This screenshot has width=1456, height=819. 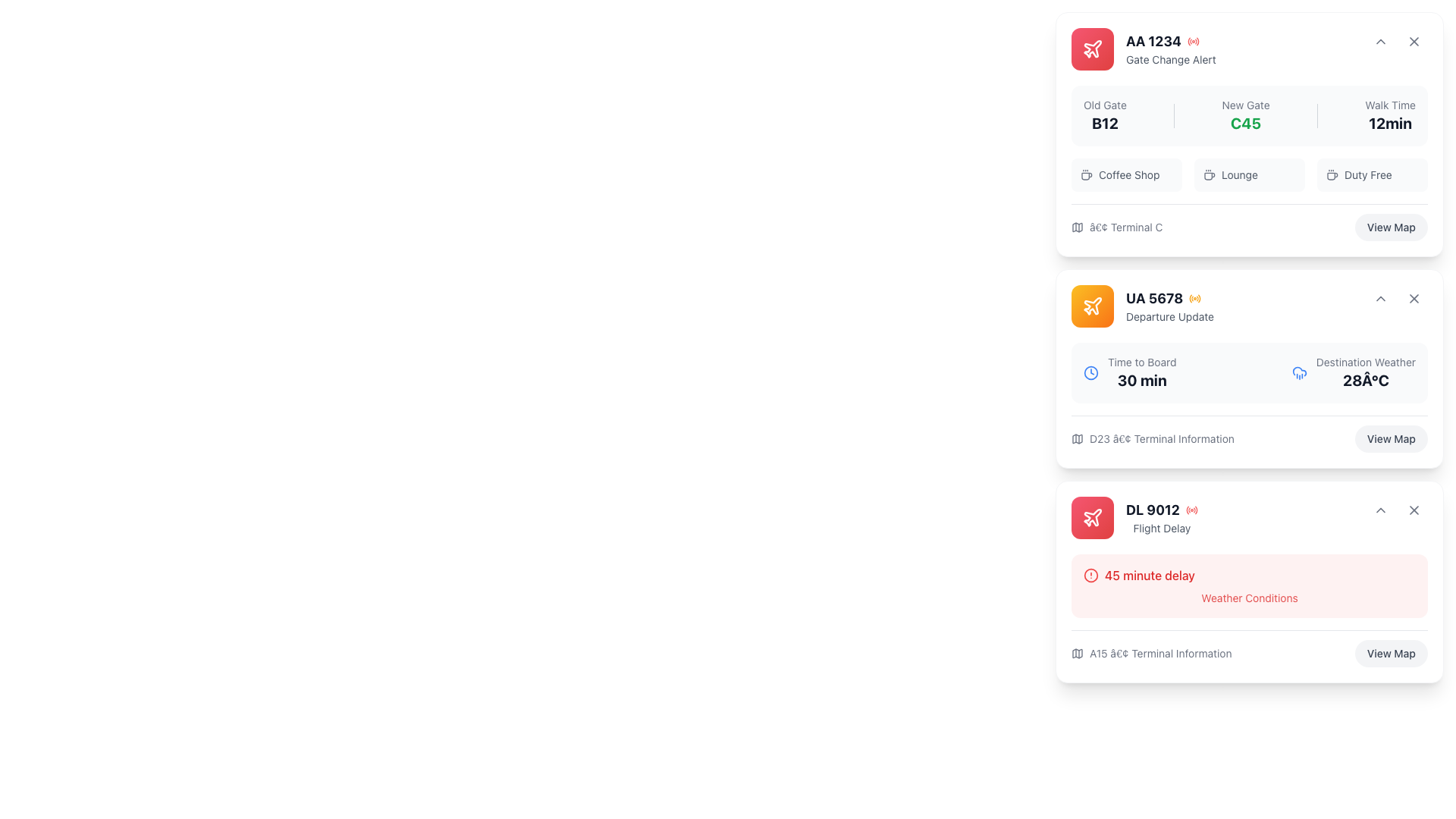 I want to click on the downward-facing chevron icon in the upper right-hand corner of the 'AA 1234 Gate Change Alert' card, so click(x=1380, y=40).